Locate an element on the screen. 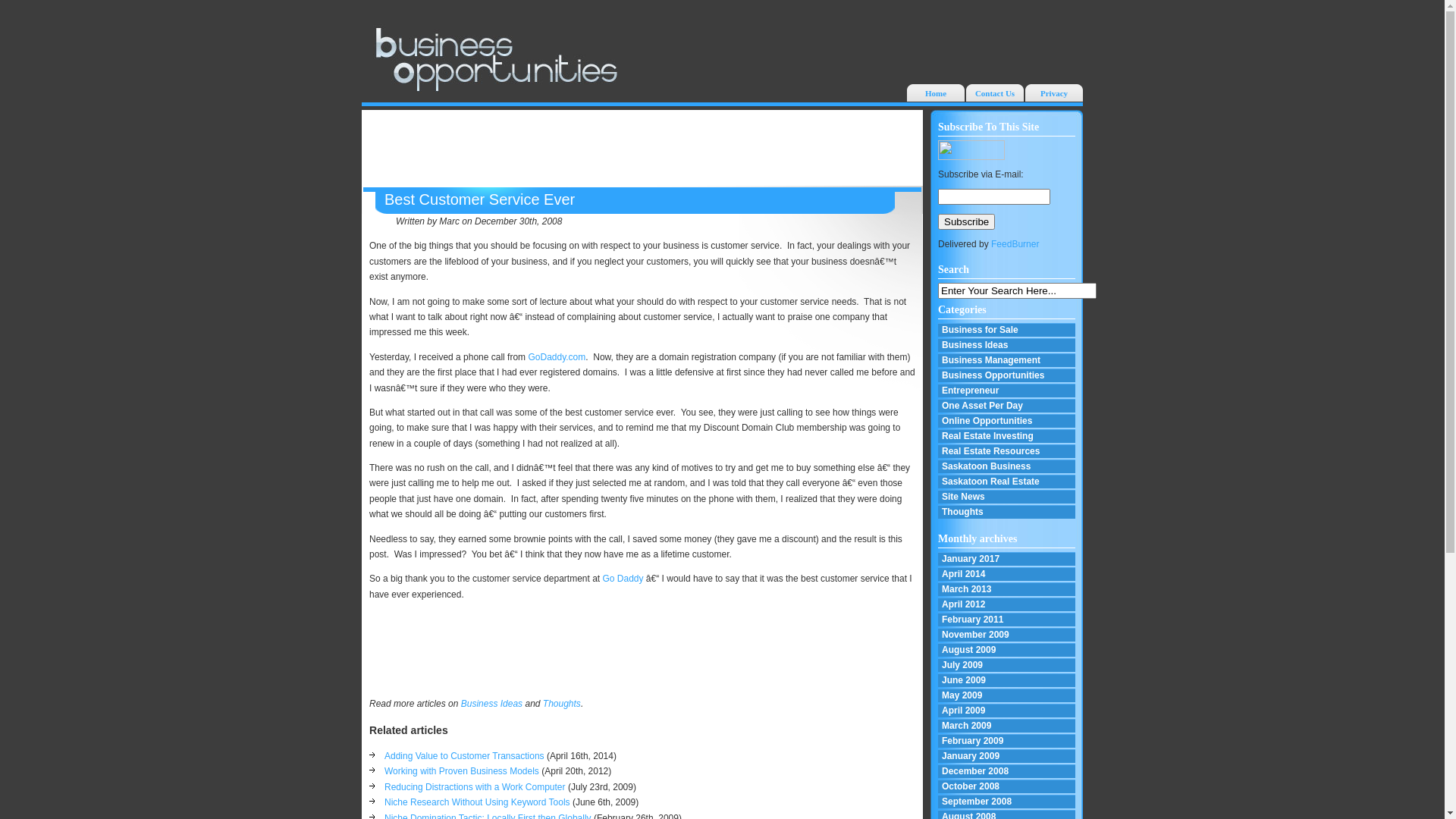 Image resolution: width=1456 pixels, height=819 pixels. 'Business Ideas' is located at coordinates (491, 704).